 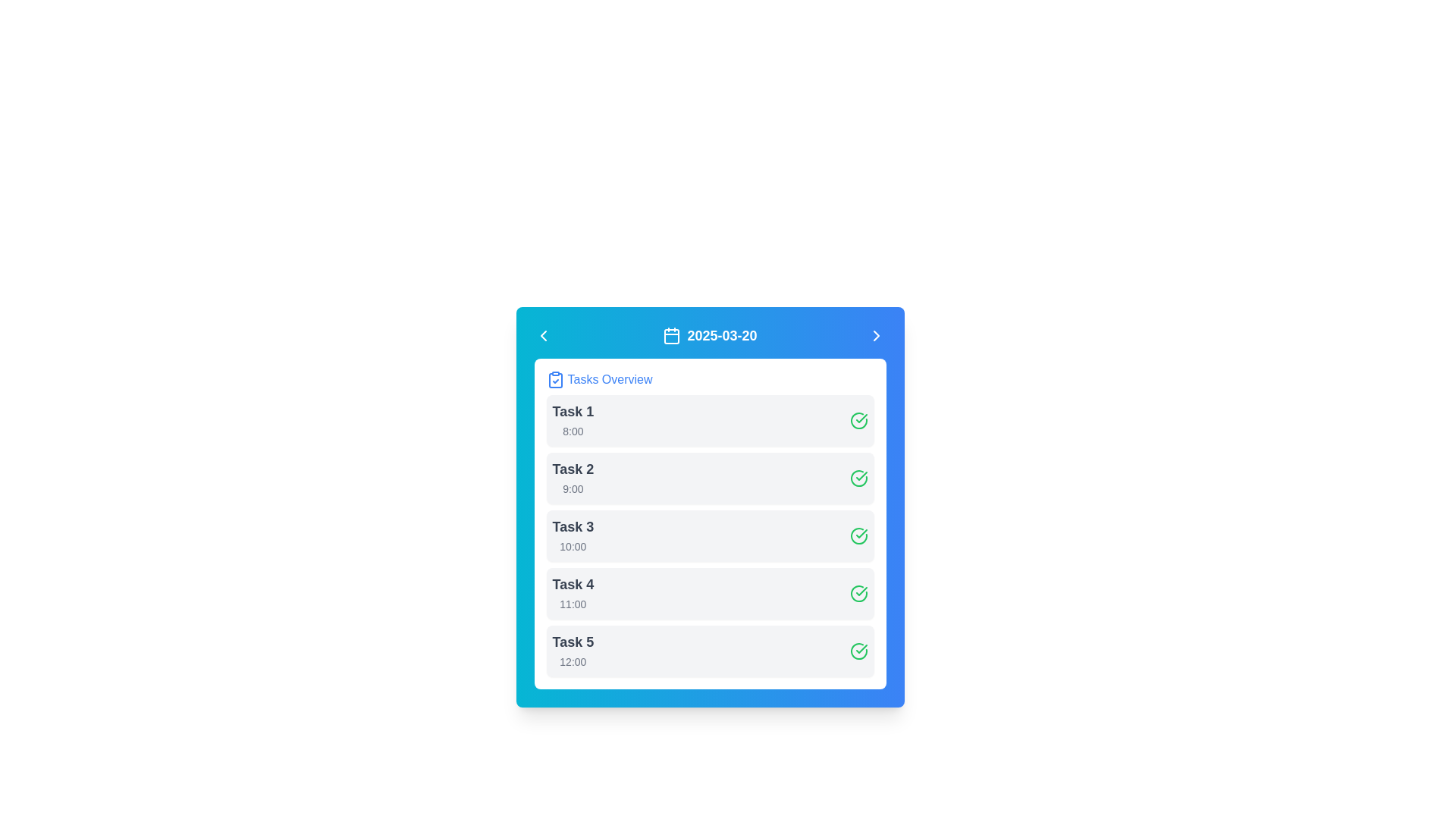 I want to click on the text label displaying '9:00' in light gray color within the 'Task 2' section of the scheduling interface, so click(x=572, y=488).